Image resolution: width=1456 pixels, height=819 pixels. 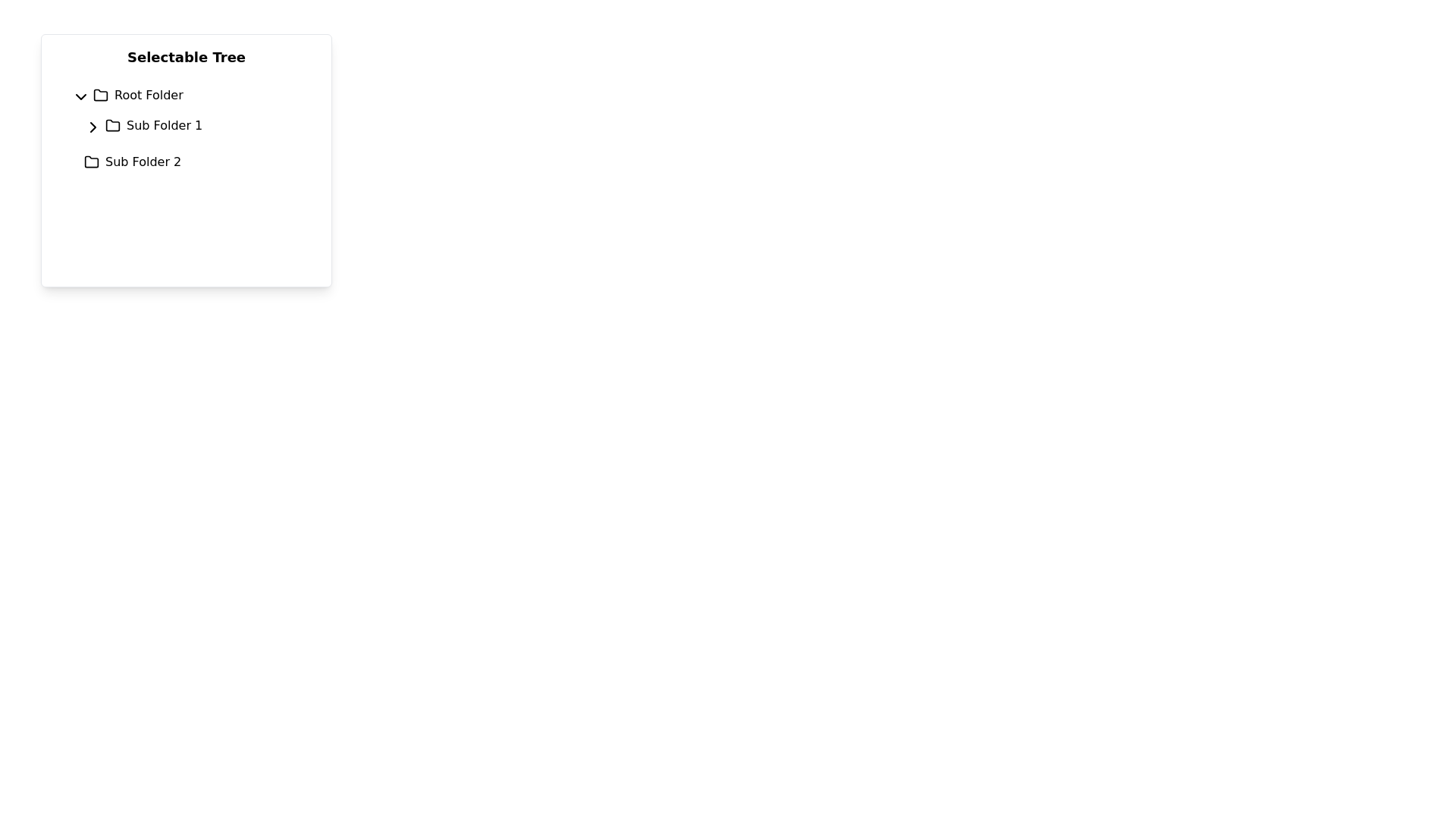 What do you see at coordinates (149, 96) in the screenshot?
I see `the 'Root Folder' text label` at bounding box center [149, 96].